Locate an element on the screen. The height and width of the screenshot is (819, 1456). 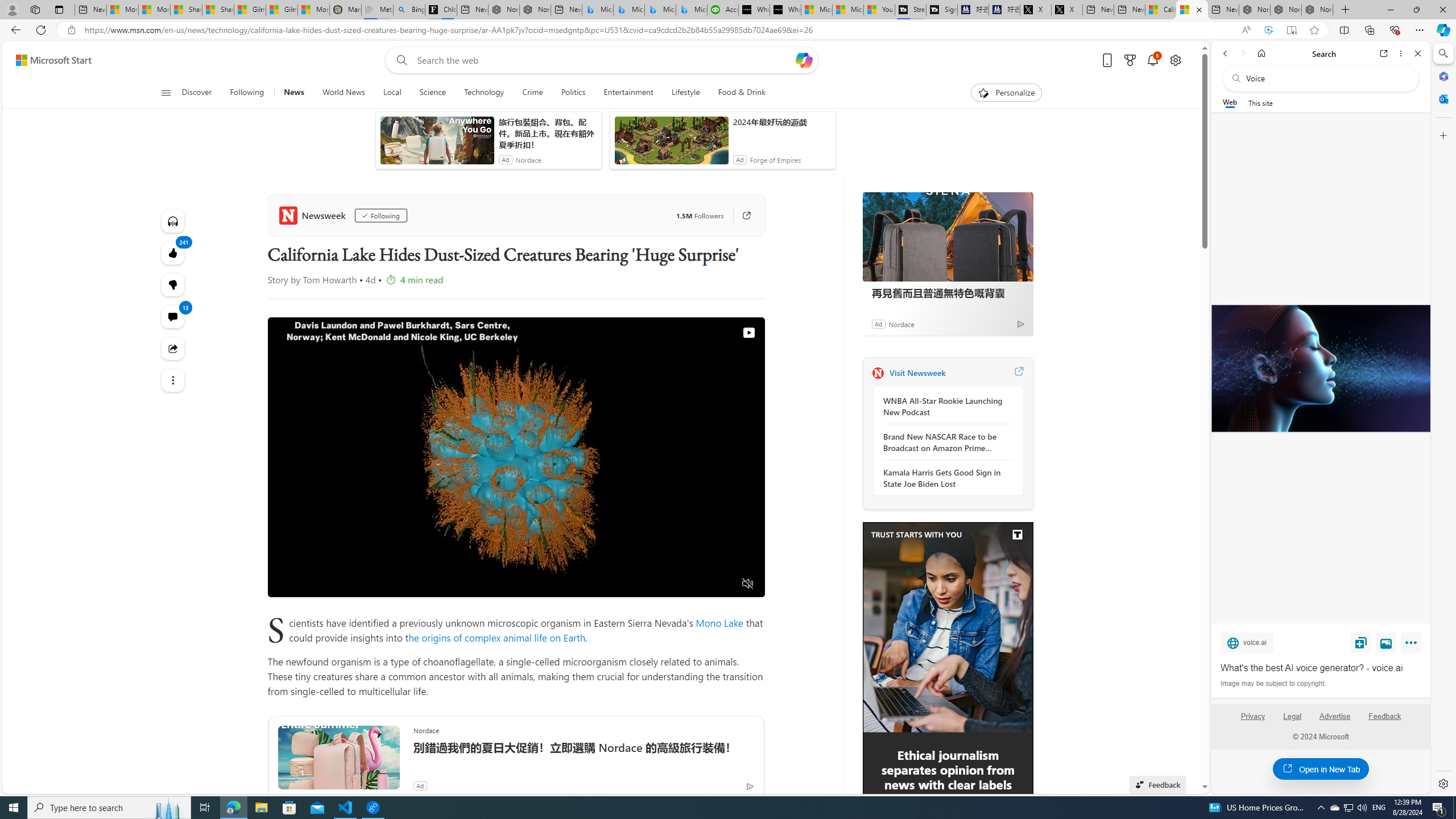
'Microsoft 365' is located at coordinates (1442, 76).